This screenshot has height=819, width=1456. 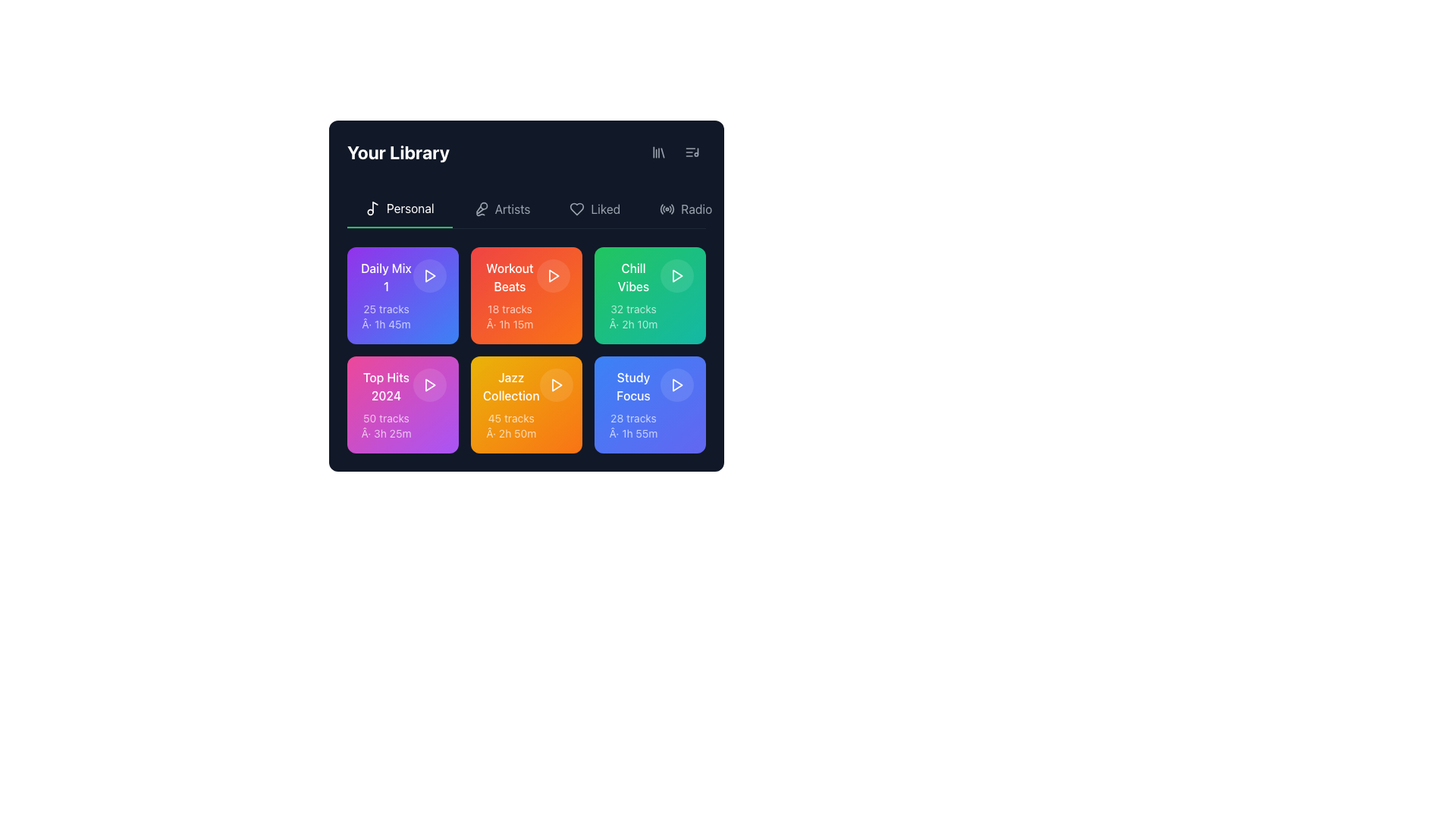 I want to click on the triangular play icon located in the top-right quadrant of the green 'Chill Vibes' tile, so click(x=676, y=275).